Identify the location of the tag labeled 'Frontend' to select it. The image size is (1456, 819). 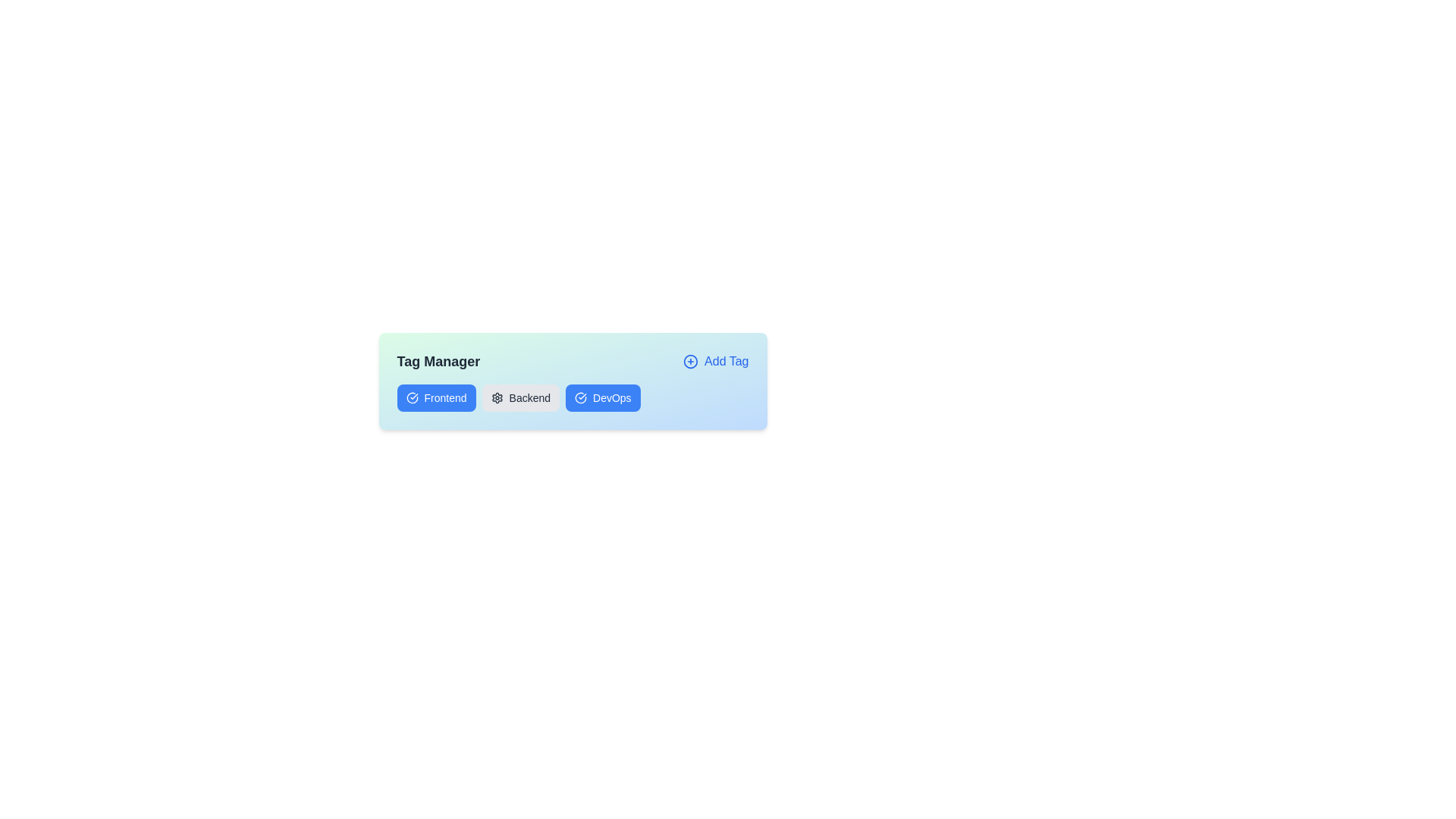
(435, 397).